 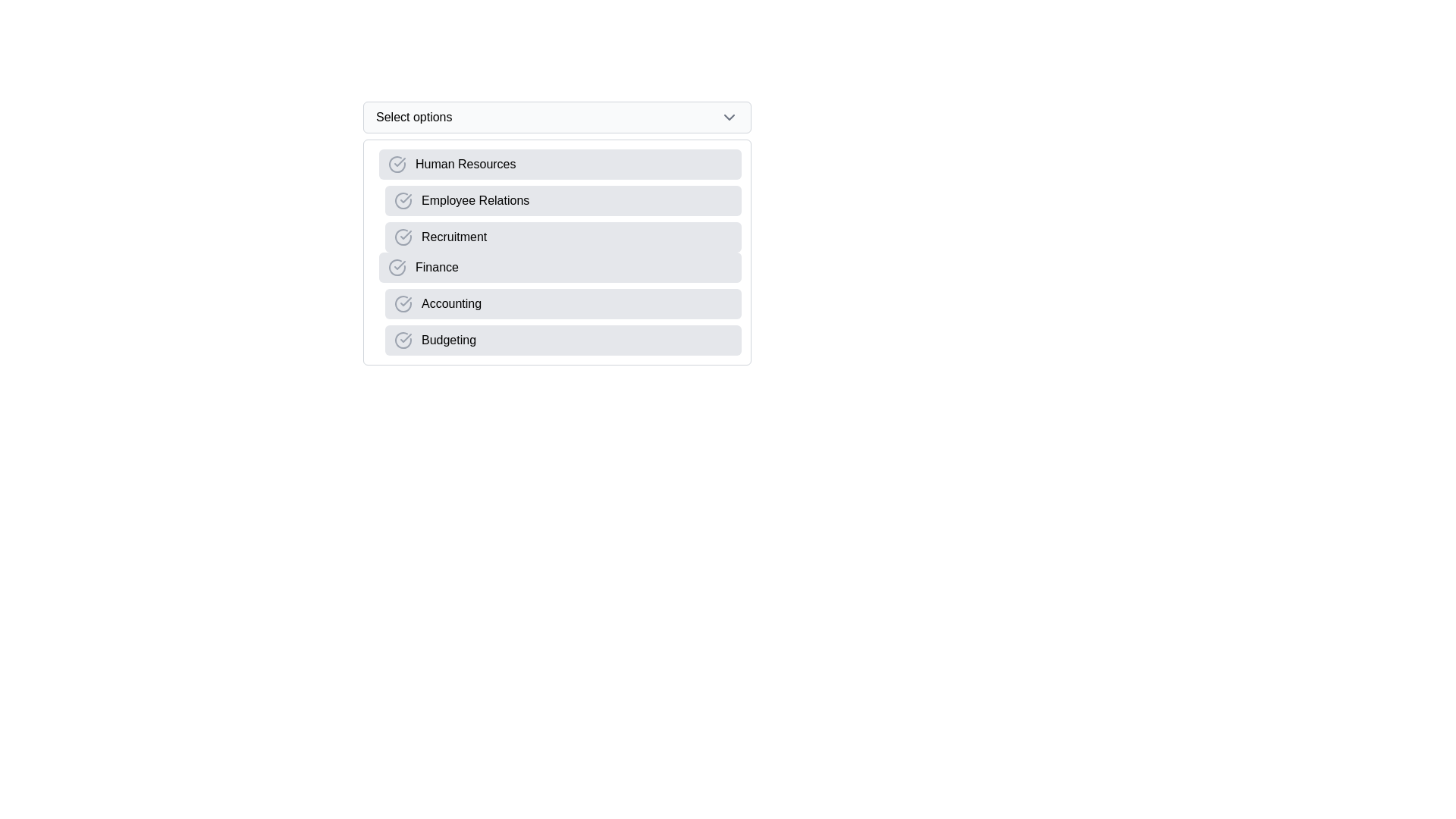 What do you see at coordinates (403, 200) in the screenshot?
I see `the circular icon that resembles an outlined circle with a partially filled arc, located` at bounding box center [403, 200].